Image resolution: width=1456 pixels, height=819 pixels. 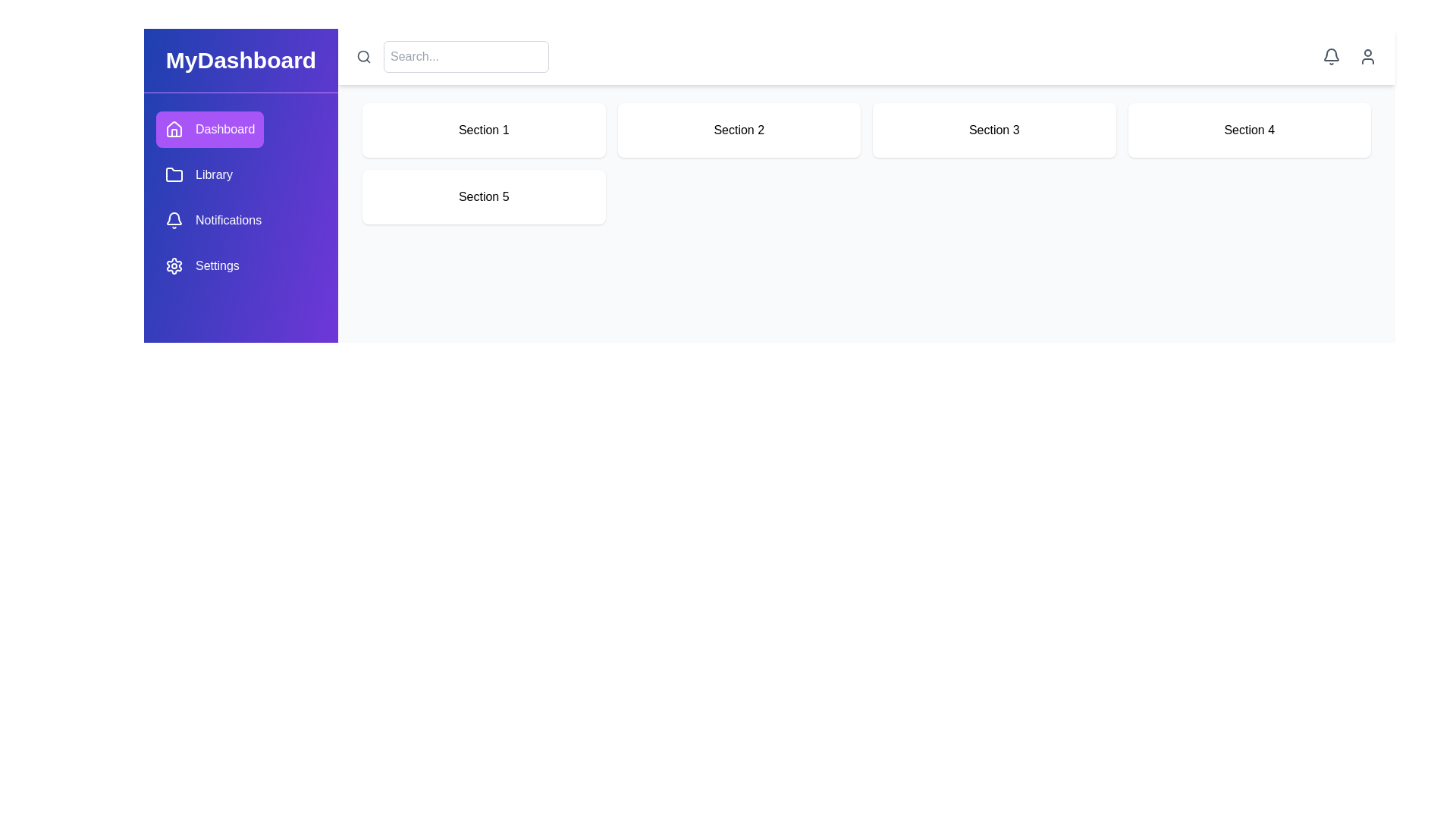 I want to click on the 'Library' button, which is located in the vertical navigation menu beneath the 'Dashboard' button and above the 'Notifications' button, featuring a folder icon and a light purple hover effect, so click(x=198, y=174).